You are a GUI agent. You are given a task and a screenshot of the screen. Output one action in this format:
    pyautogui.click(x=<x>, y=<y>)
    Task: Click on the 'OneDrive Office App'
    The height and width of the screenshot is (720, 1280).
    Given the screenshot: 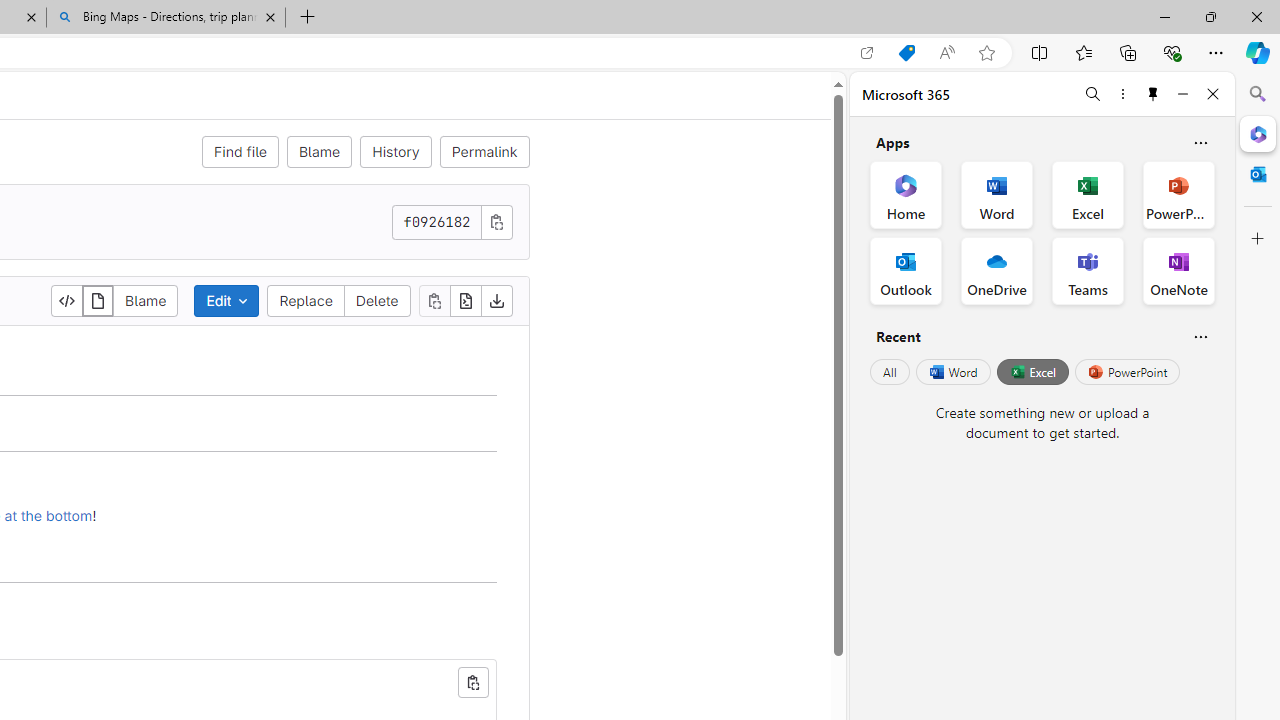 What is the action you would take?
    pyautogui.click(x=997, y=271)
    